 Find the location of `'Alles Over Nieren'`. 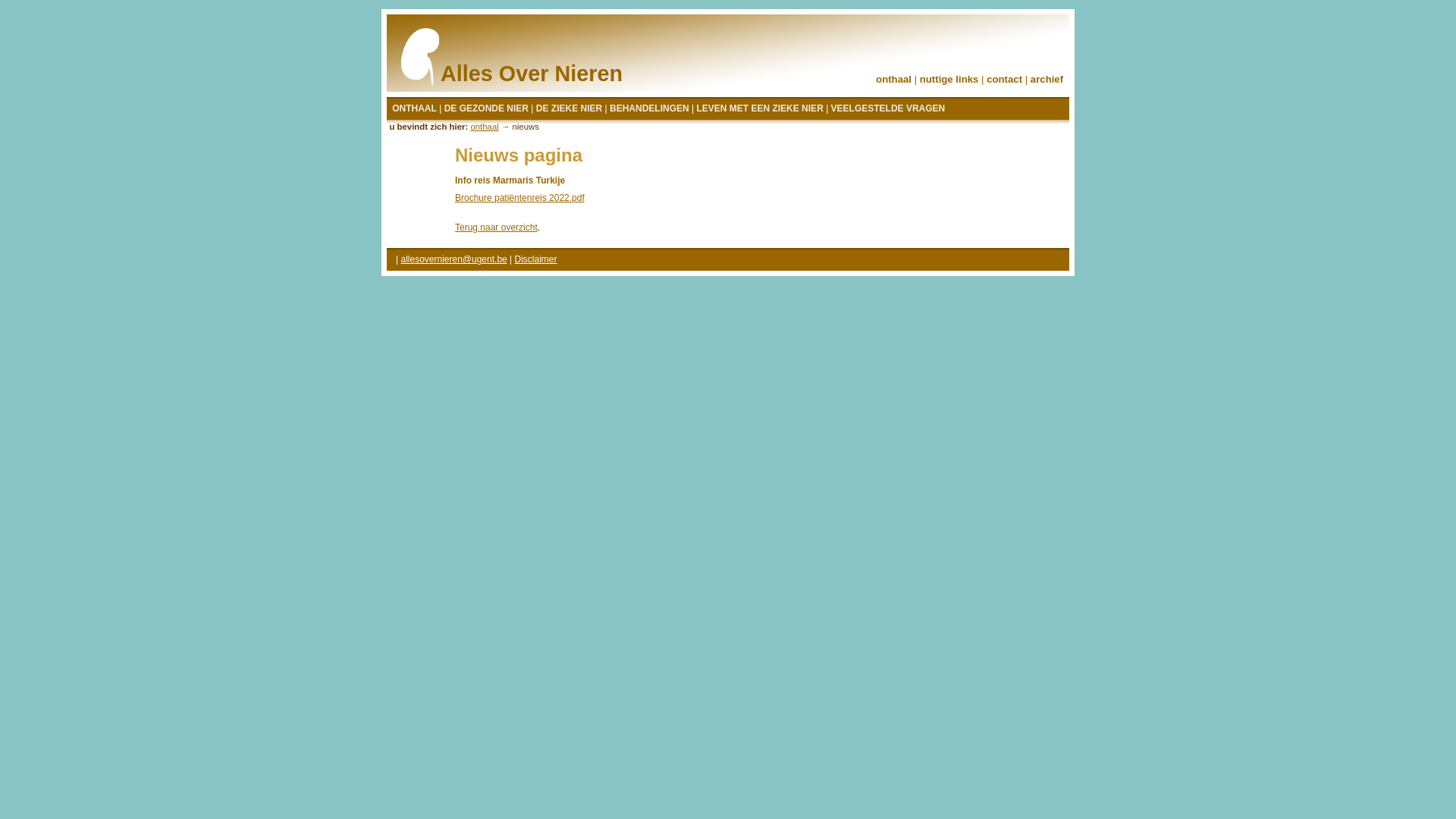

'Alles Over Nieren' is located at coordinates (526, 57).